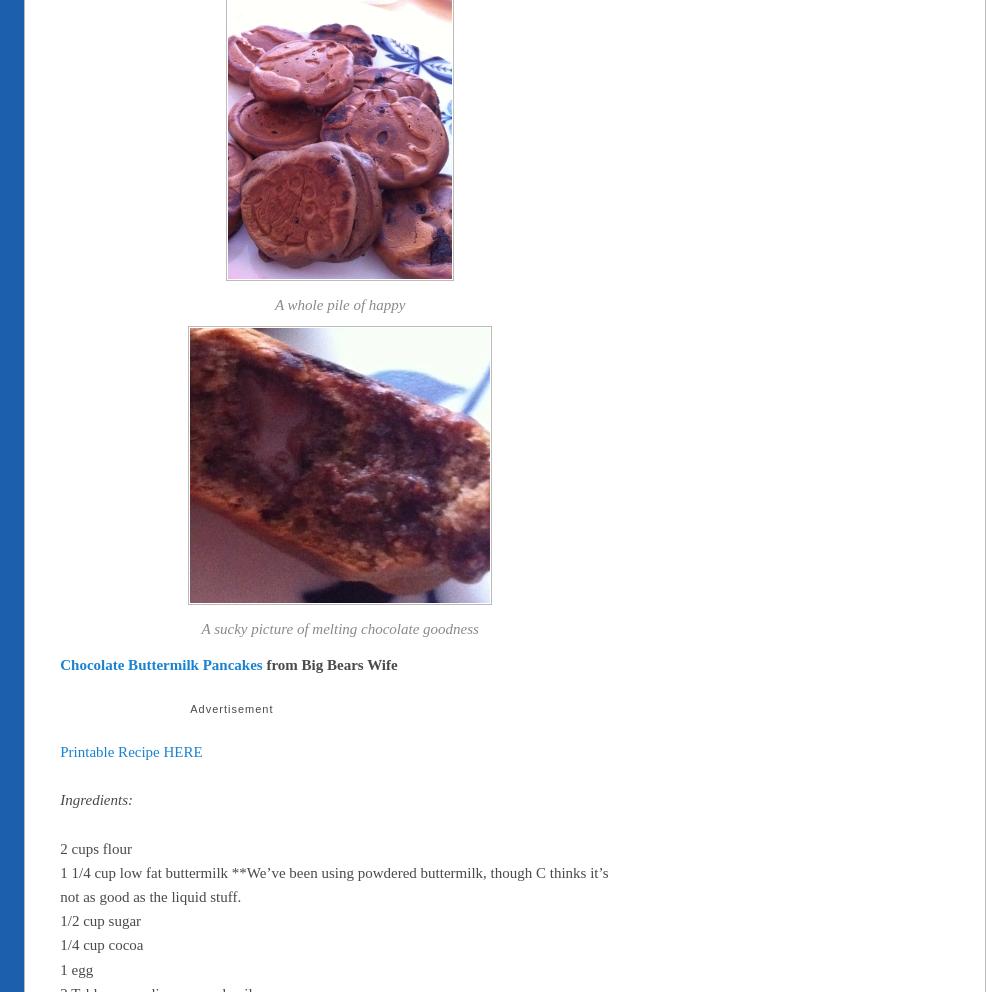 The image size is (986, 992). Describe the element at coordinates (59, 800) in the screenshot. I see `'Ingredients:'` at that location.